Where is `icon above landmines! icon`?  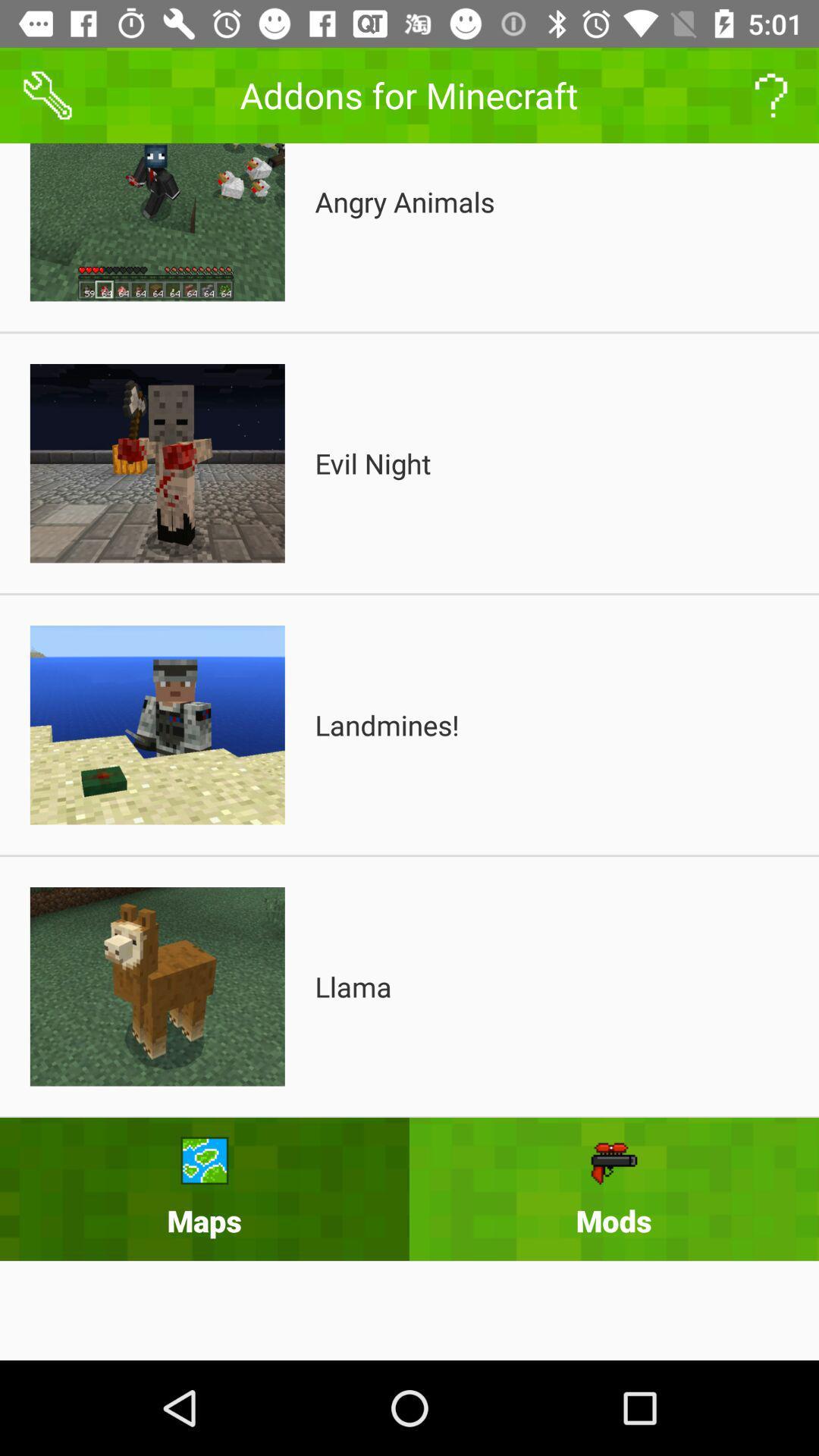
icon above landmines! icon is located at coordinates (373, 463).